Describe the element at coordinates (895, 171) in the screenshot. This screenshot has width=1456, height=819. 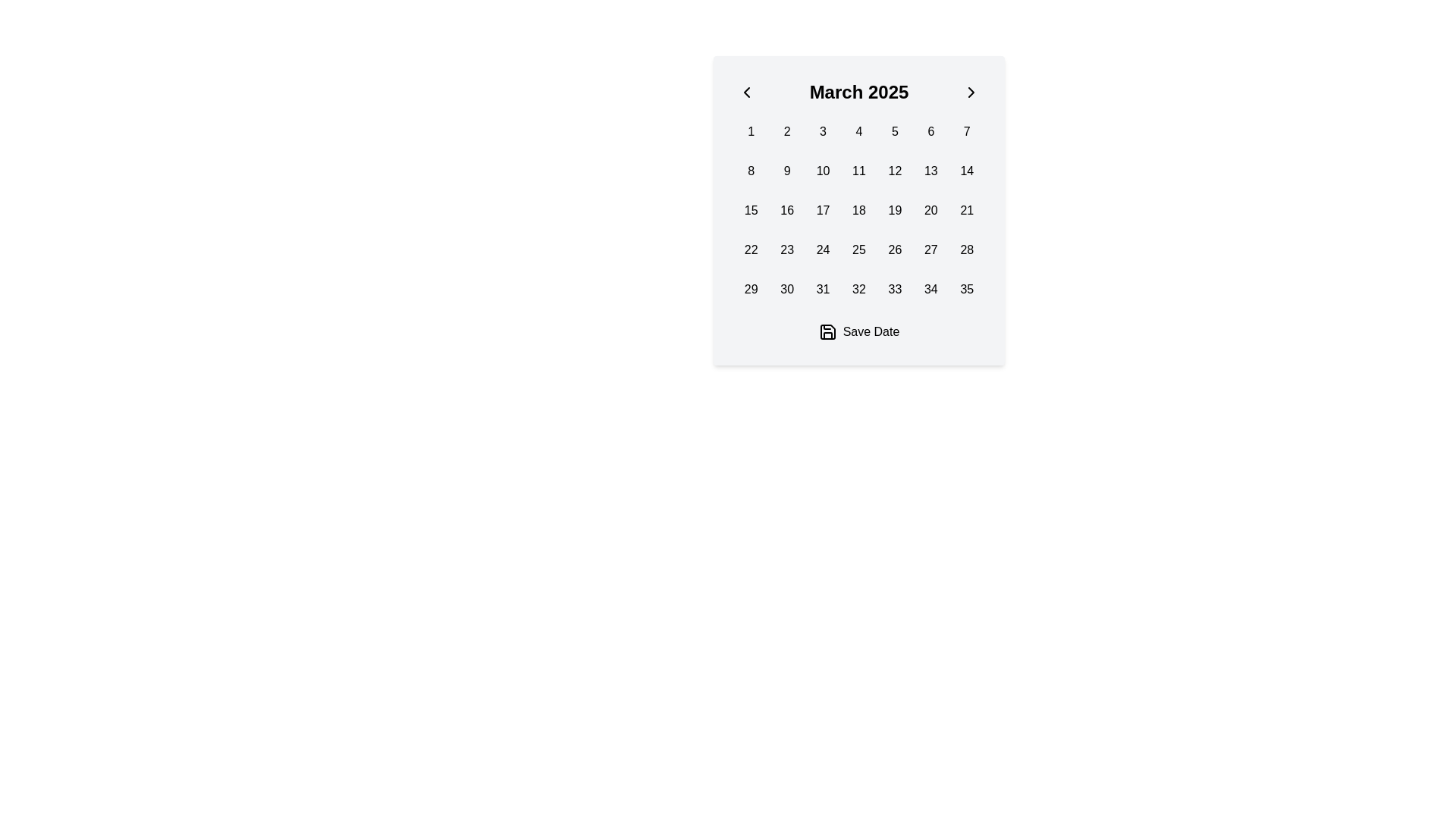
I see `the rounded button displaying the number '12' in the second row, sixth column of the calendar grid` at that location.